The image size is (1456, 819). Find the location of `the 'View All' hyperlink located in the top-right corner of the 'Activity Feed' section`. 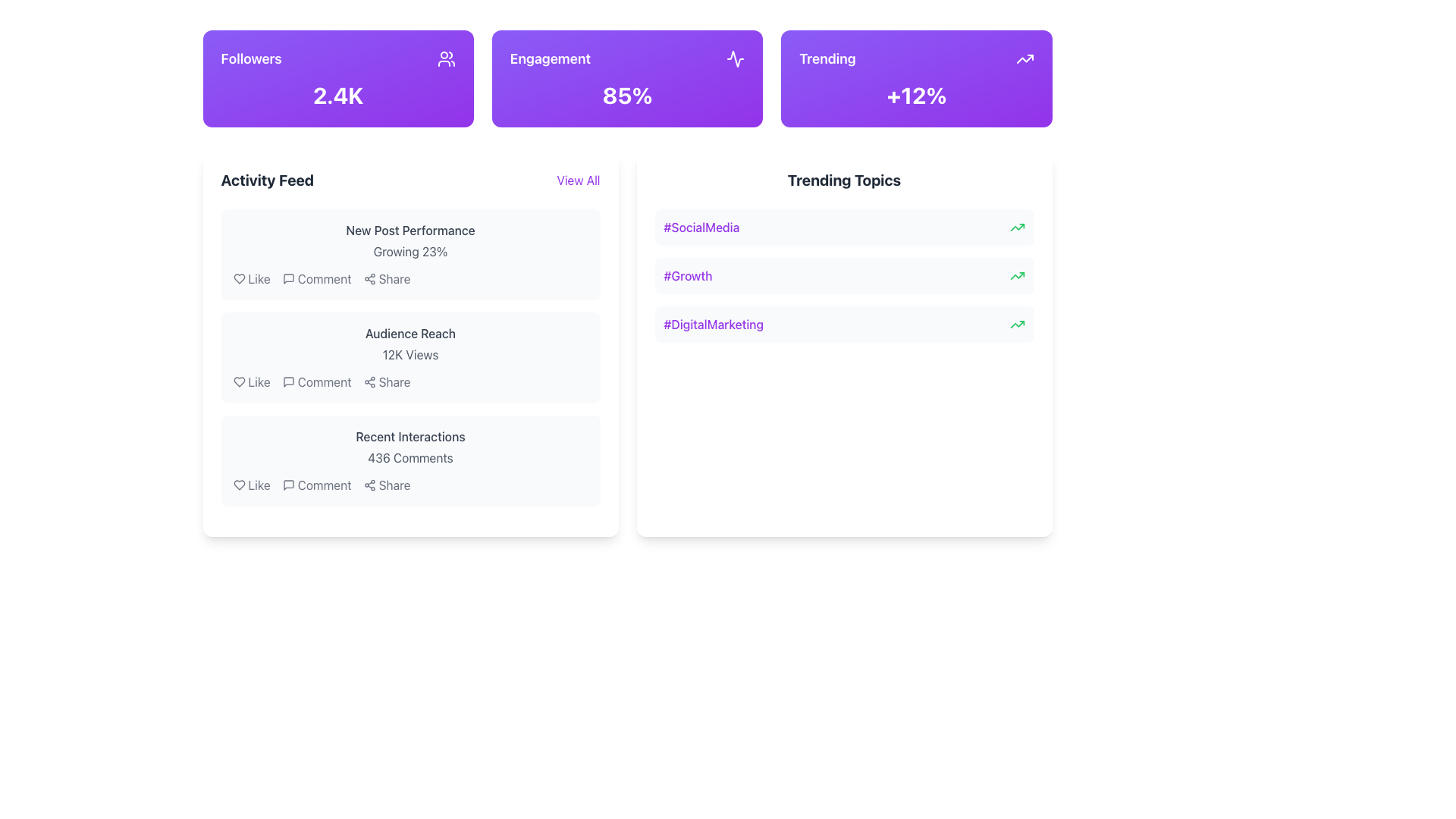

the 'View All' hyperlink located in the top-right corner of the 'Activity Feed' section is located at coordinates (578, 180).